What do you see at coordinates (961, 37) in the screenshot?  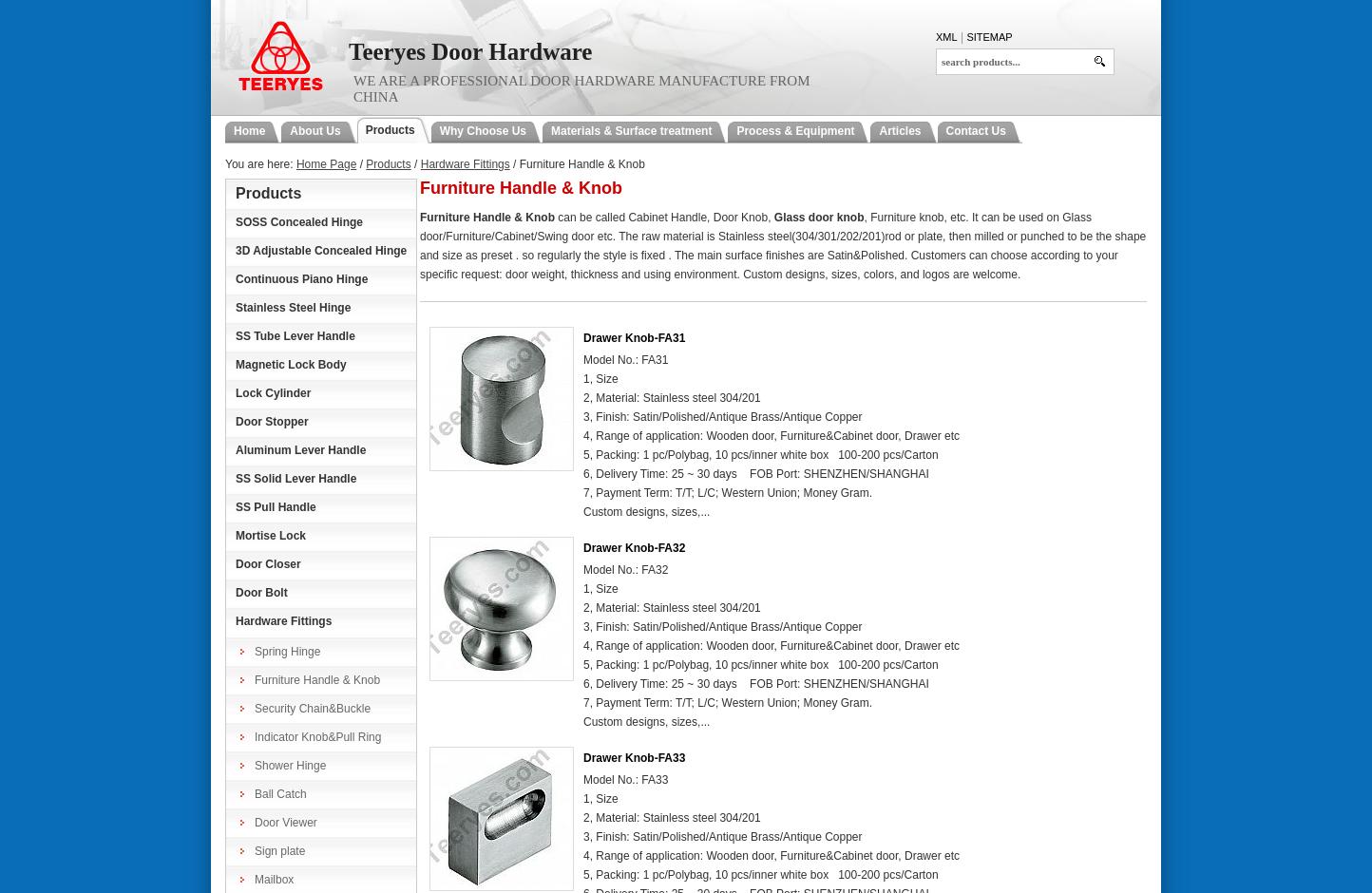 I see `'|'` at bounding box center [961, 37].